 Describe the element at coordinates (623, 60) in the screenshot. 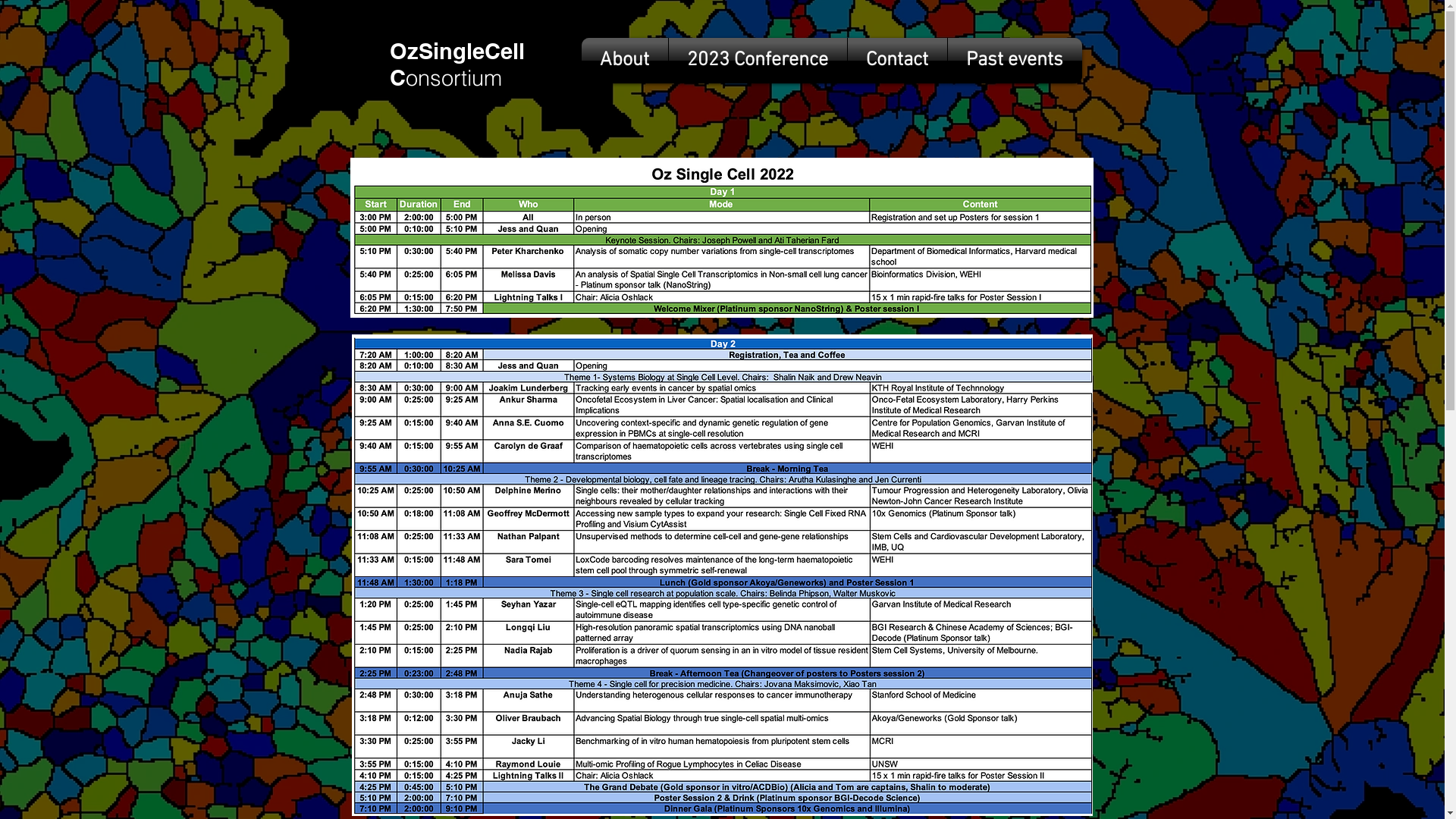

I see `'About'` at that location.